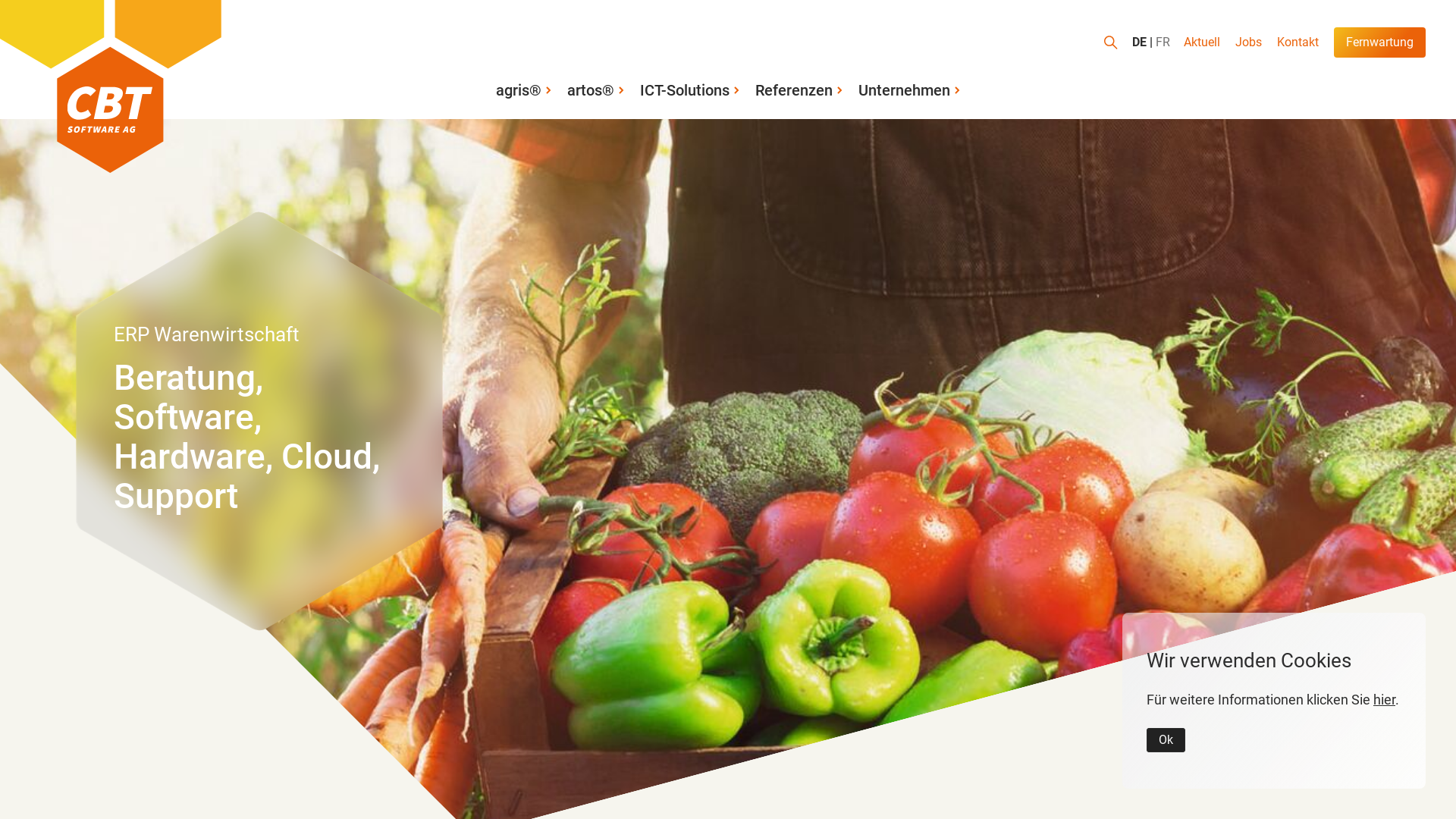  What do you see at coordinates (1200, 42) in the screenshot?
I see `'Aktuell'` at bounding box center [1200, 42].